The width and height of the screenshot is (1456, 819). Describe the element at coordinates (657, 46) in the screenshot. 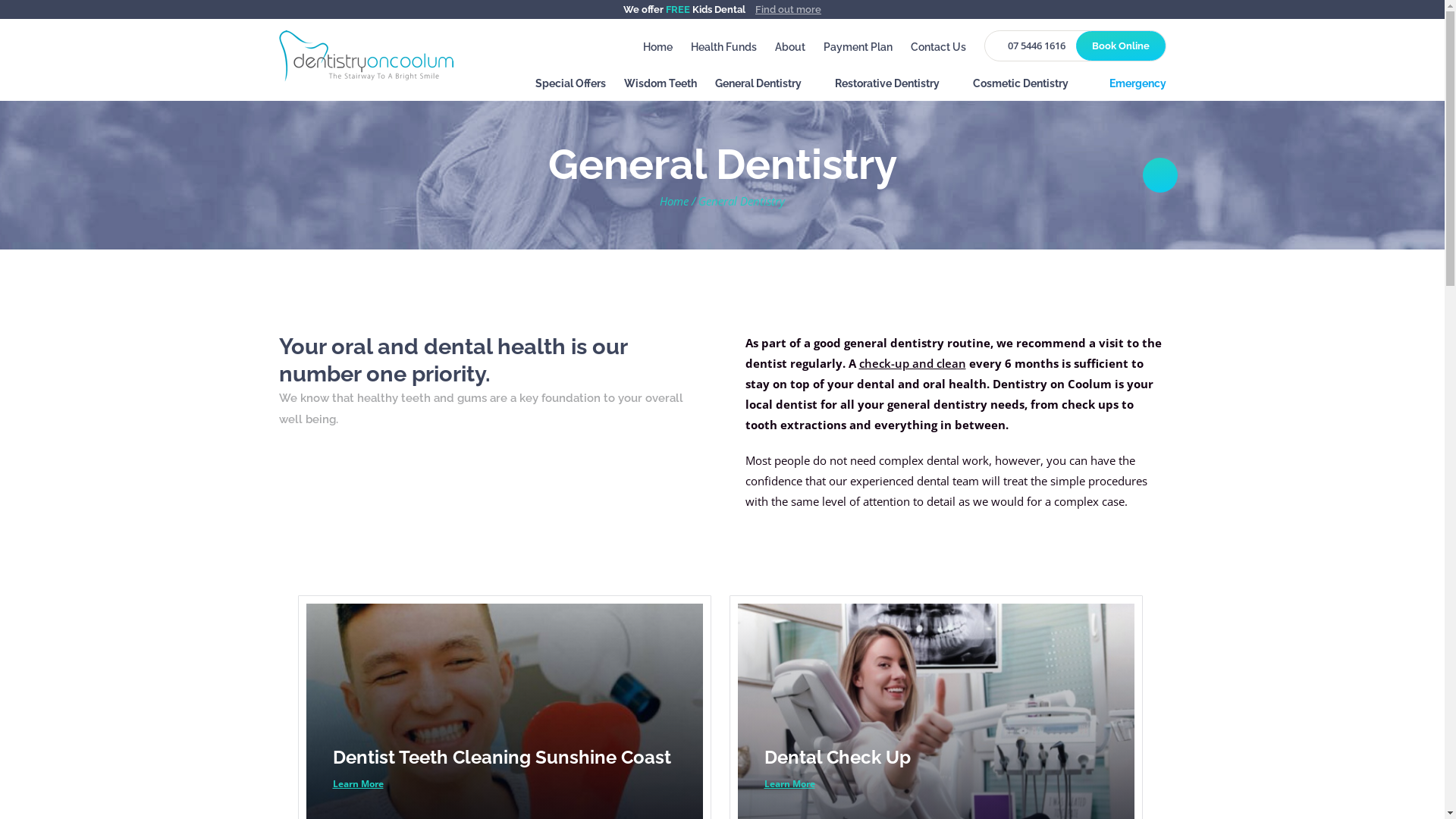

I see `'Home'` at that location.